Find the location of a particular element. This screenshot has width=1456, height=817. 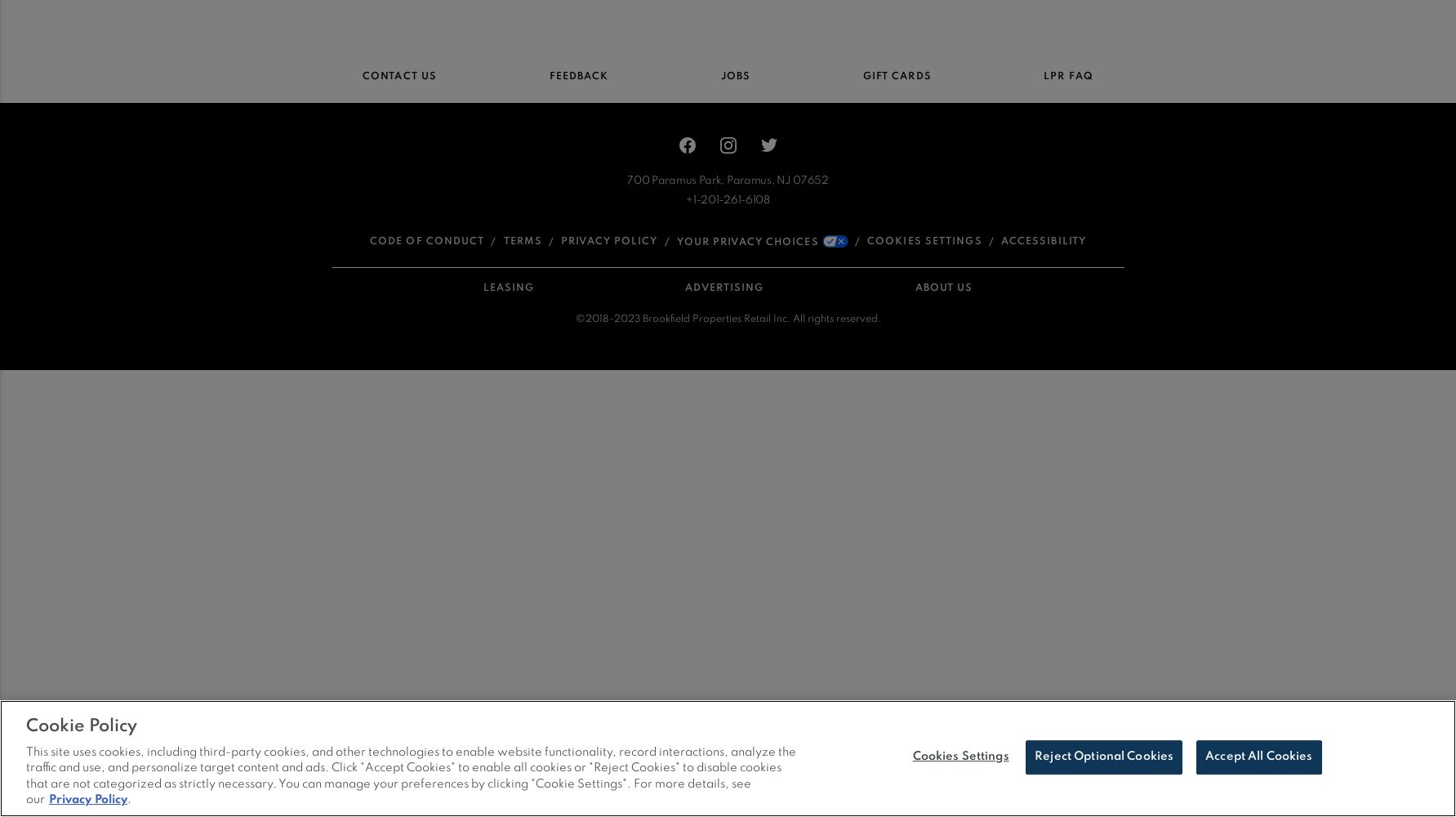

'©2018-2023 Brookfield Properties Retail Inc. All rights reserved.' is located at coordinates (727, 319).